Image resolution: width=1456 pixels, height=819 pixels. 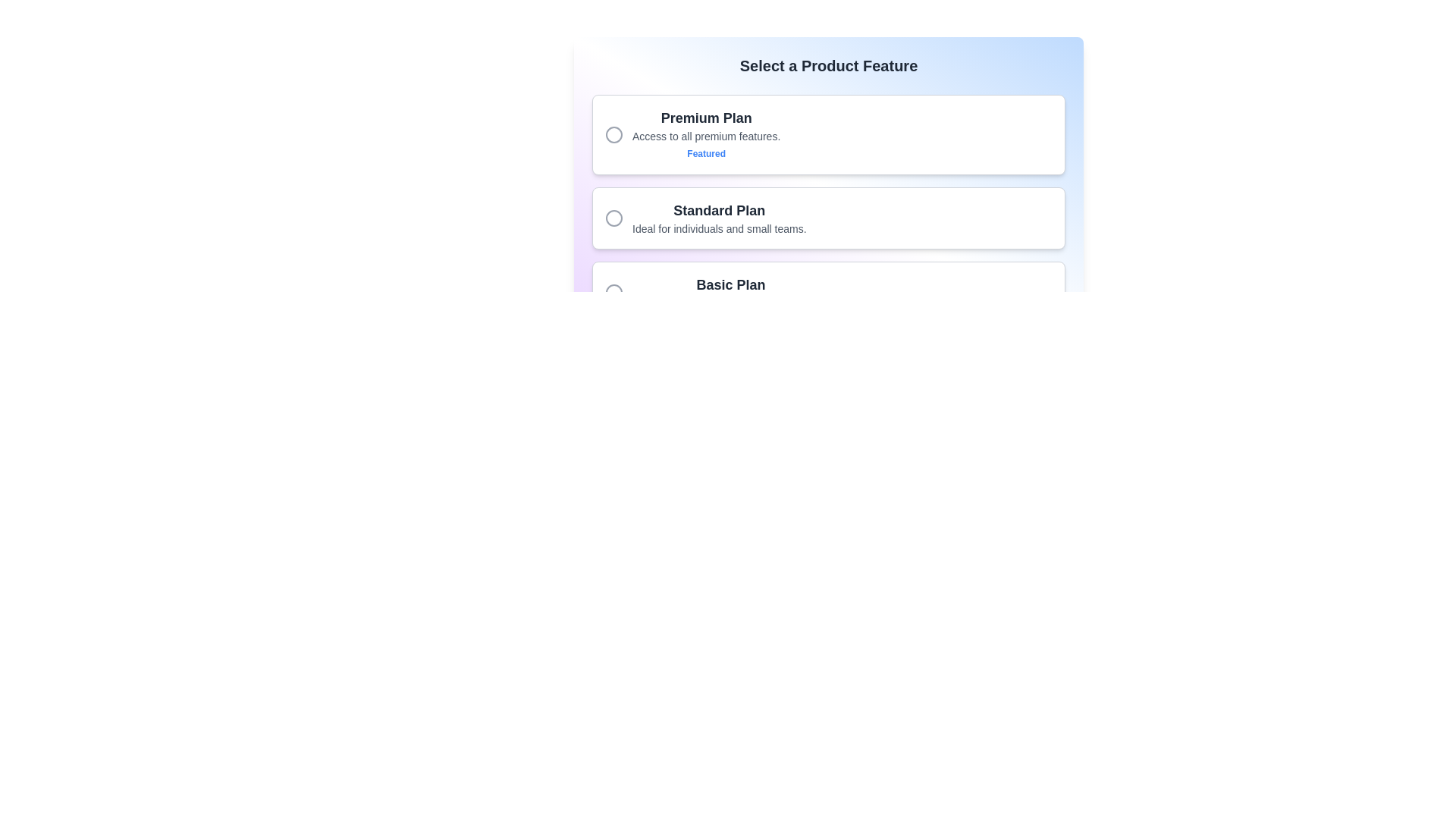 What do you see at coordinates (614, 218) in the screenshot?
I see `the decorative circle SVG element that indicates the 'Standard Plan' selection, located on the left side near the plan's label` at bounding box center [614, 218].